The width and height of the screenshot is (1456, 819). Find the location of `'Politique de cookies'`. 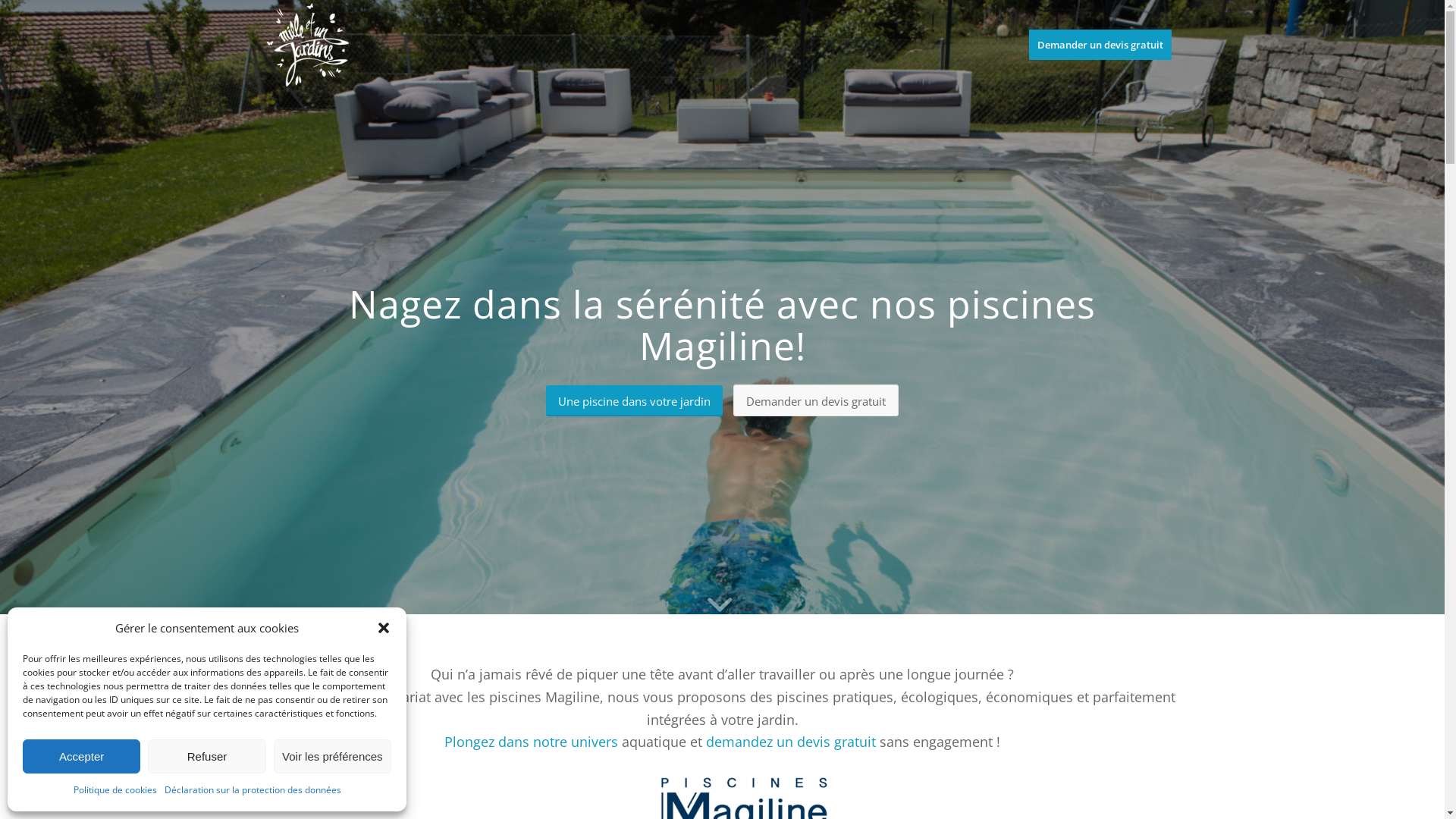

'Politique de cookies' is located at coordinates (113, 789).